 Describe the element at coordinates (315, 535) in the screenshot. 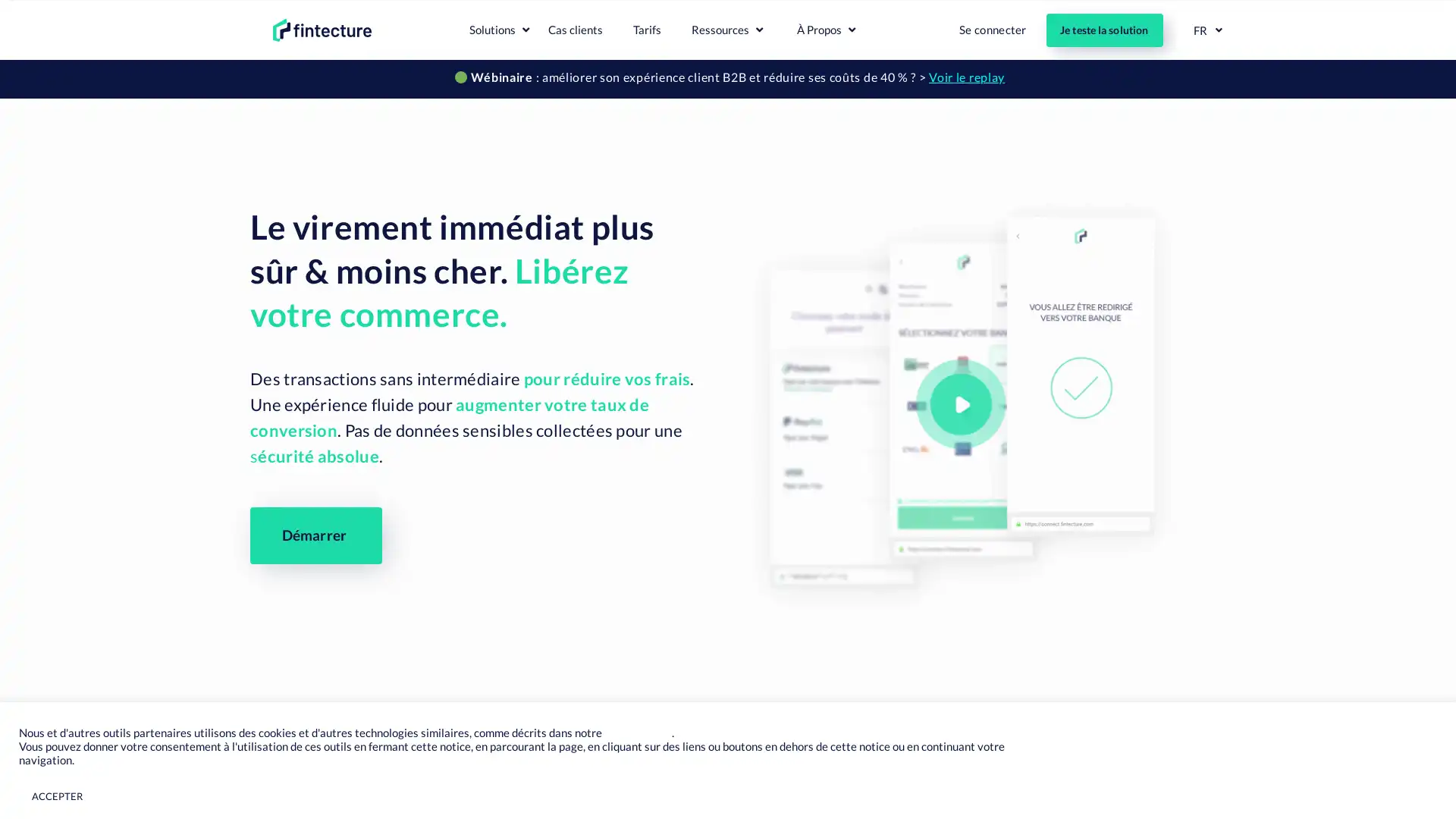

I see `Demarrer` at that location.